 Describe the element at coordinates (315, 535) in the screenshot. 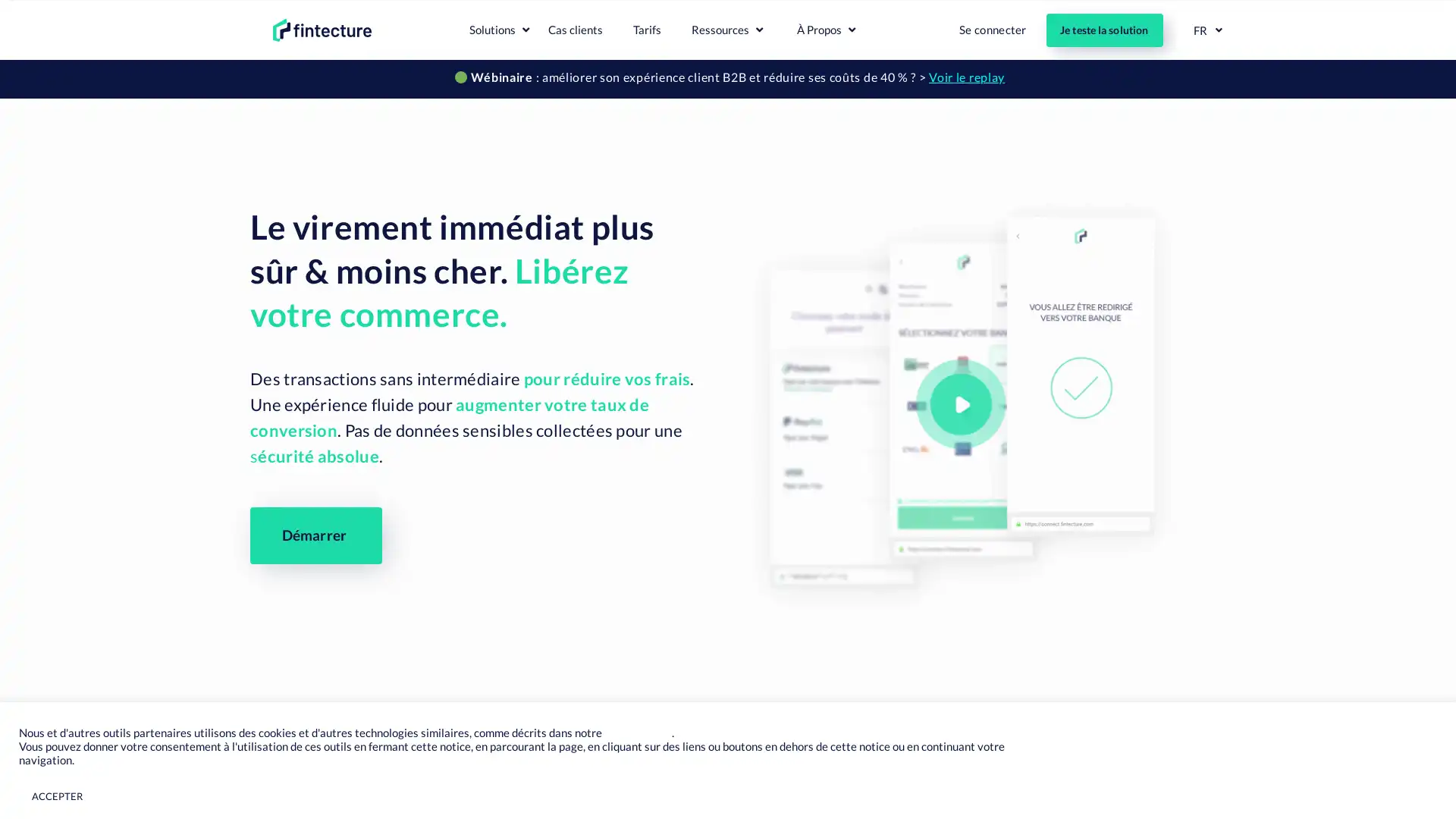

I see `Demarrer` at that location.